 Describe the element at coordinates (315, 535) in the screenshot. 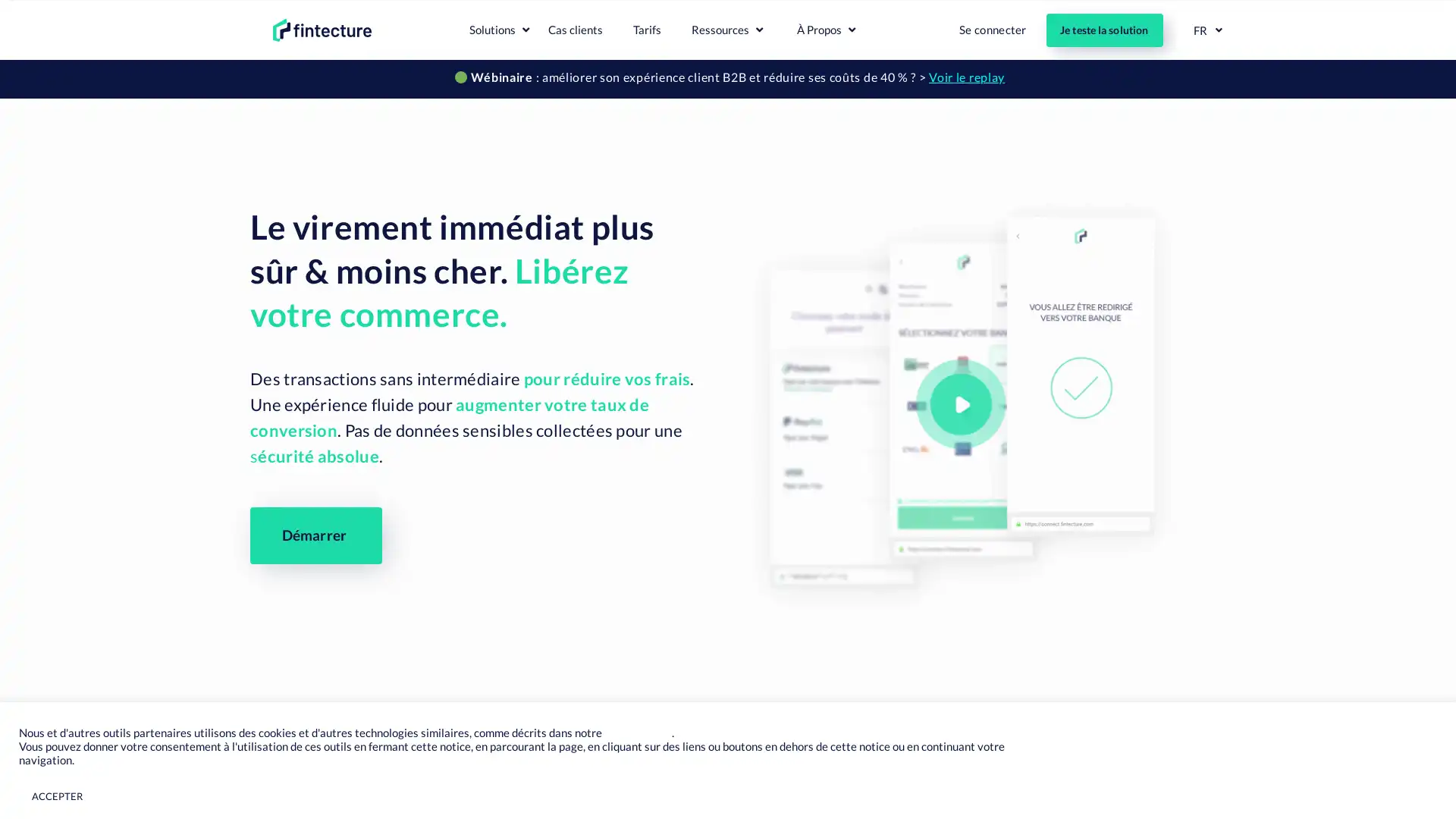

I see `Demarrer` at that location.